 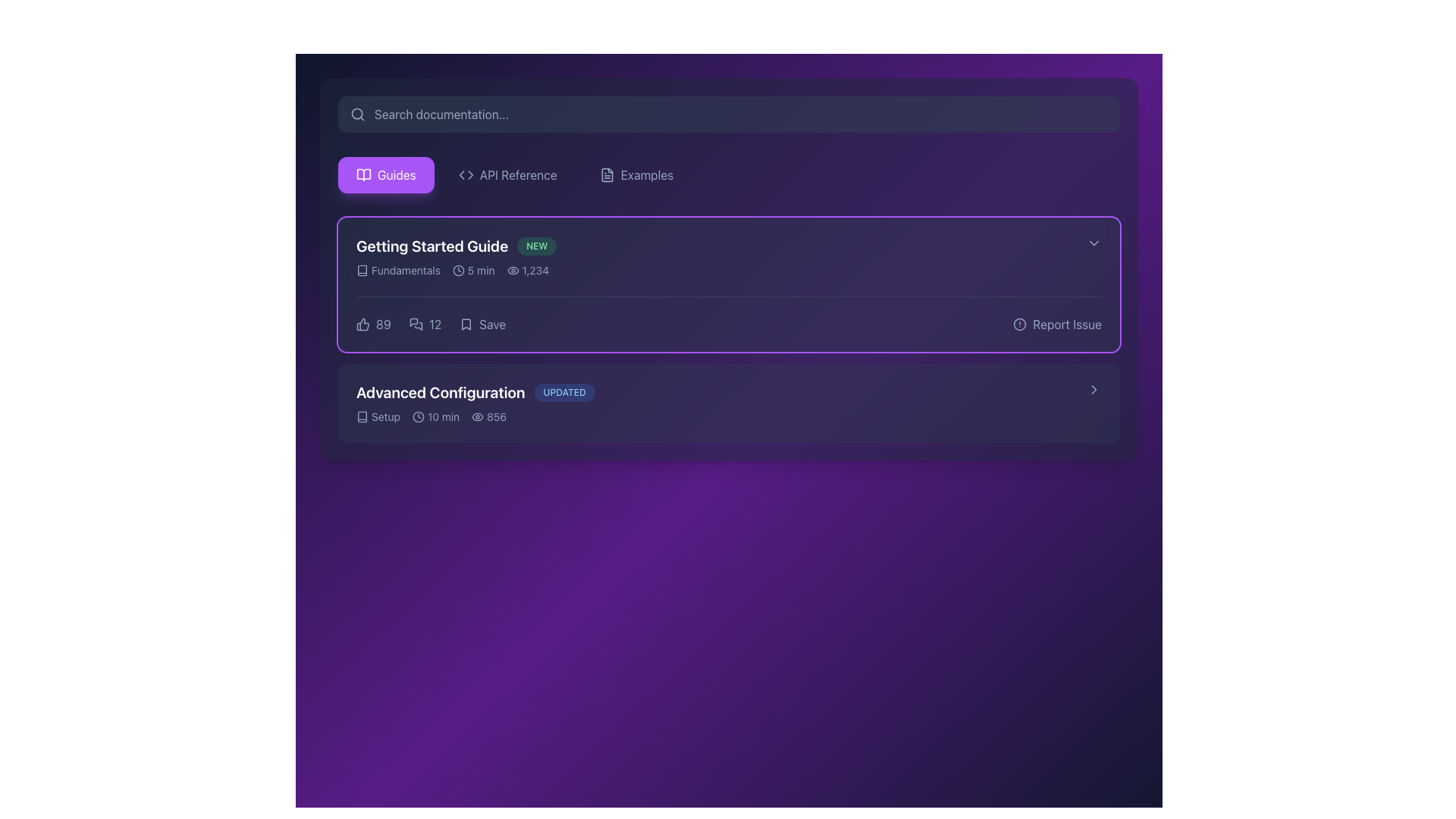 I want to click on the second list item, so click(x=729, y=403).